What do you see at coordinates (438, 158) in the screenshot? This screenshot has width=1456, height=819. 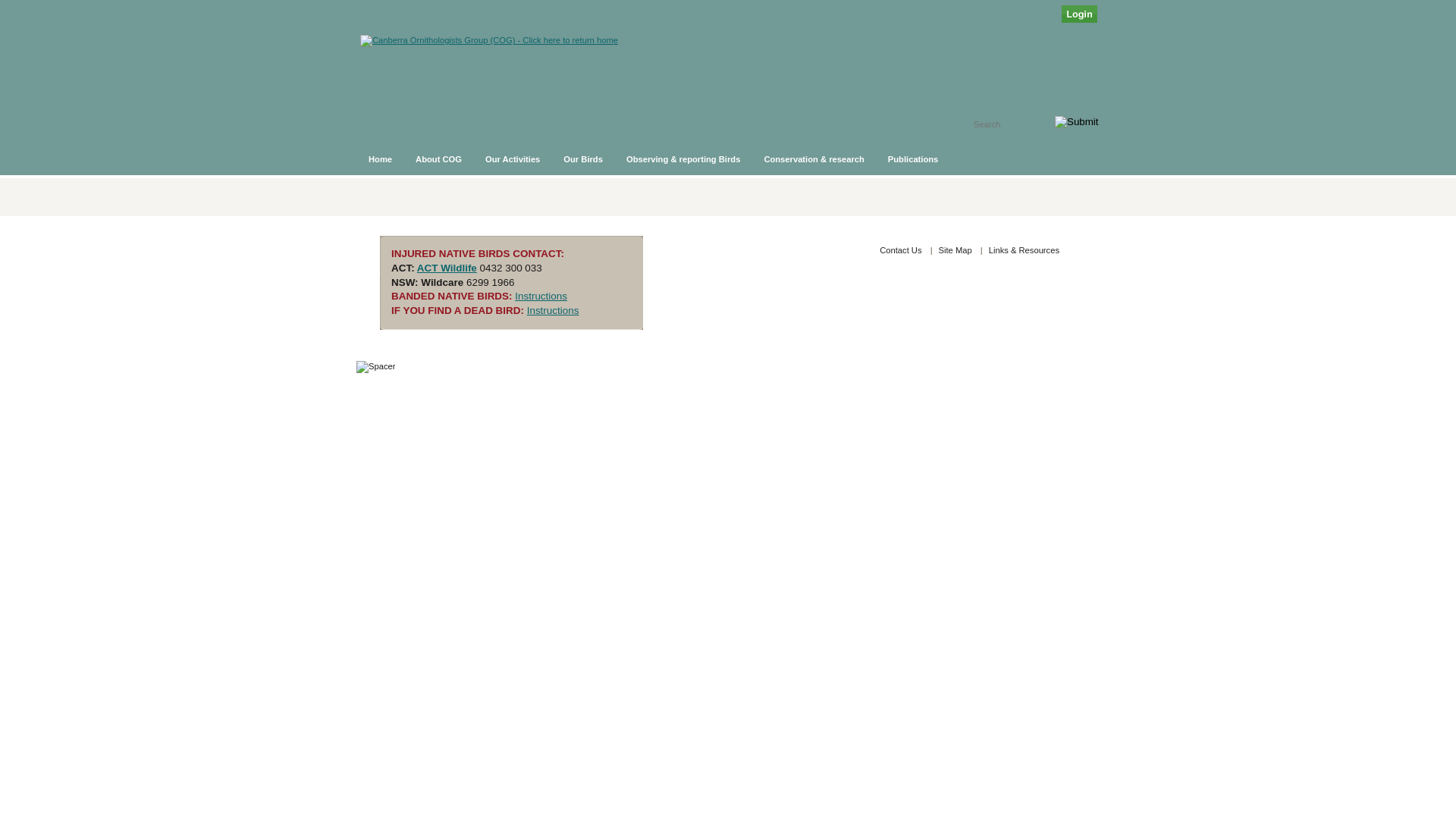 I see `'About COG'` at bounding box center [438, 158].